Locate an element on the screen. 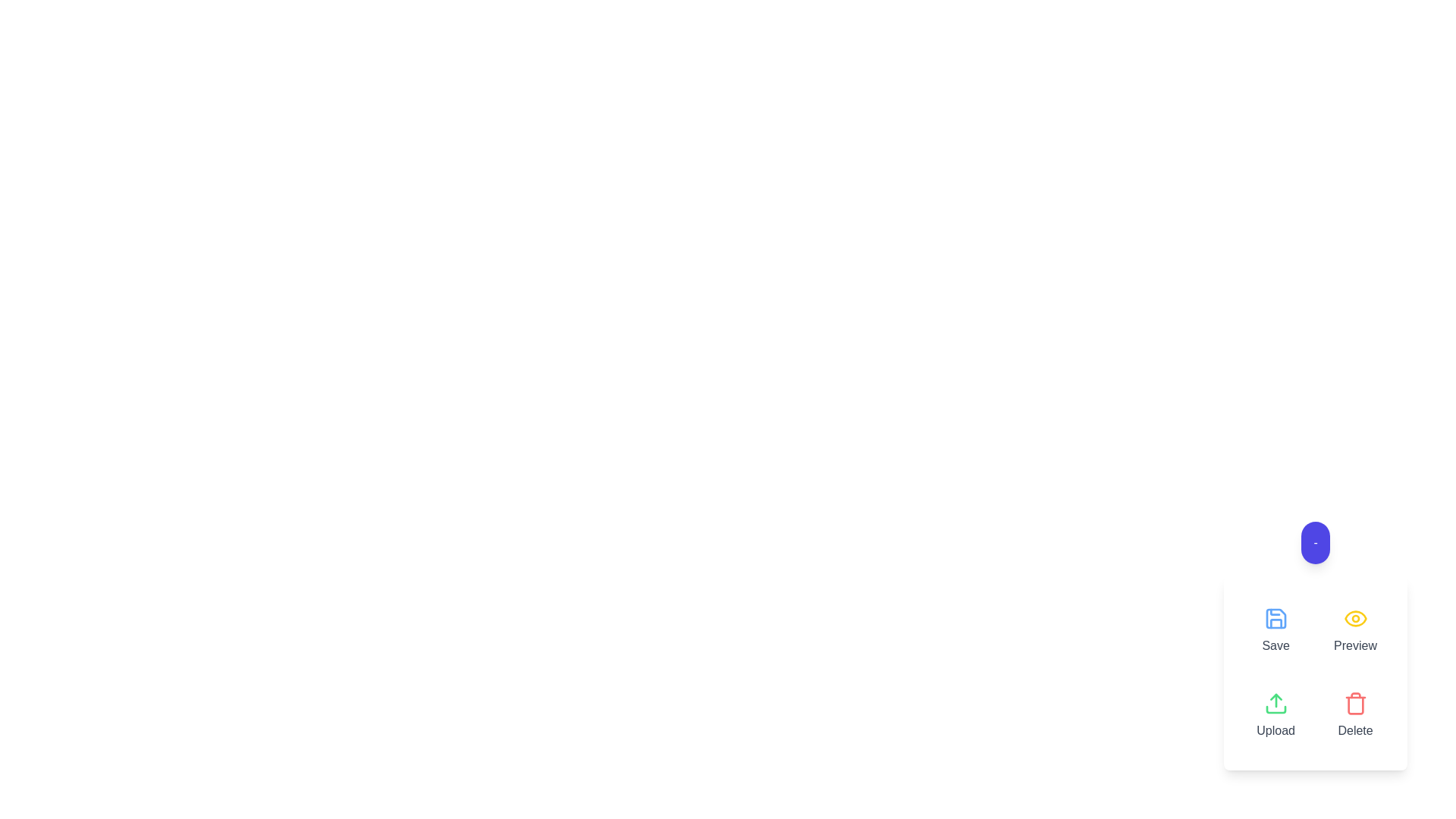 Image resolution: width=1456 pixels, height=819 pixels. the 'Save' button to initiate the save operation is located at coordinates (1275, 631).